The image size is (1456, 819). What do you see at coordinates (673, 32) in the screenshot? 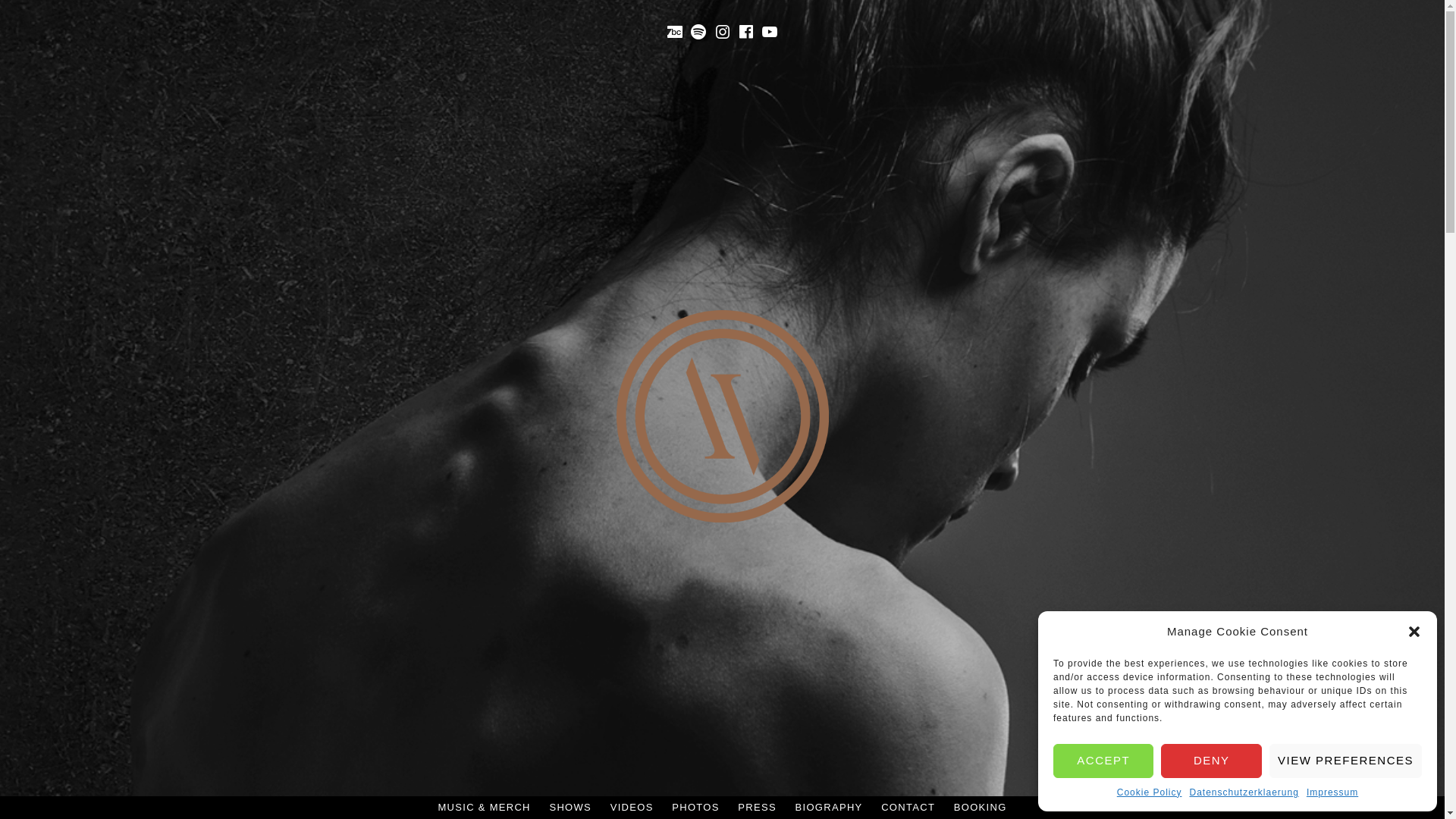
I see `'Bandcamp'` at bounding box center [673, 32].